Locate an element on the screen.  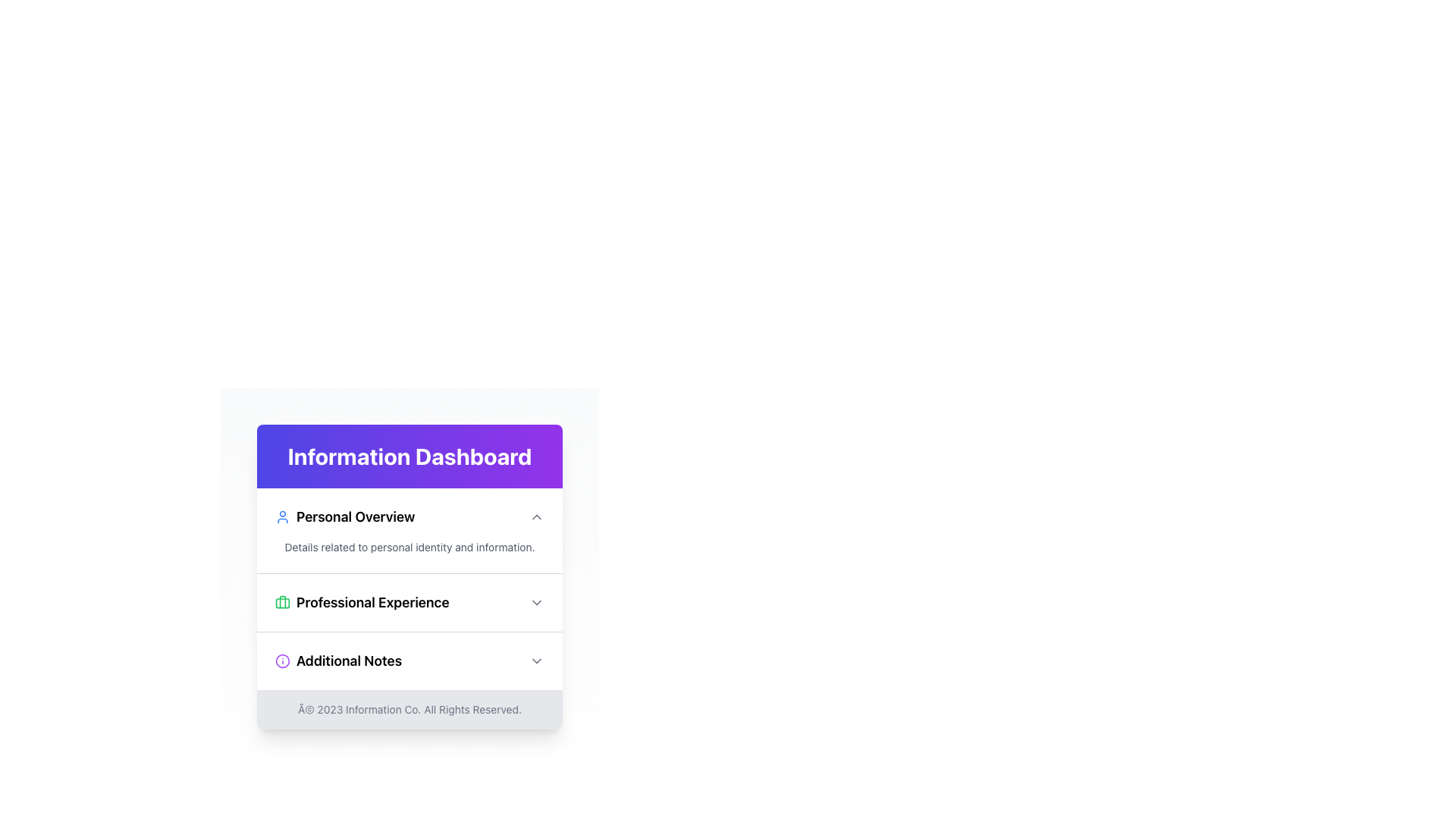
the 'Additional Notes' text label, which is the last item in a vertical list of collapsible sections below 'Personal Overview' and 'Professional Experience' is located at coordinates (337, 660).